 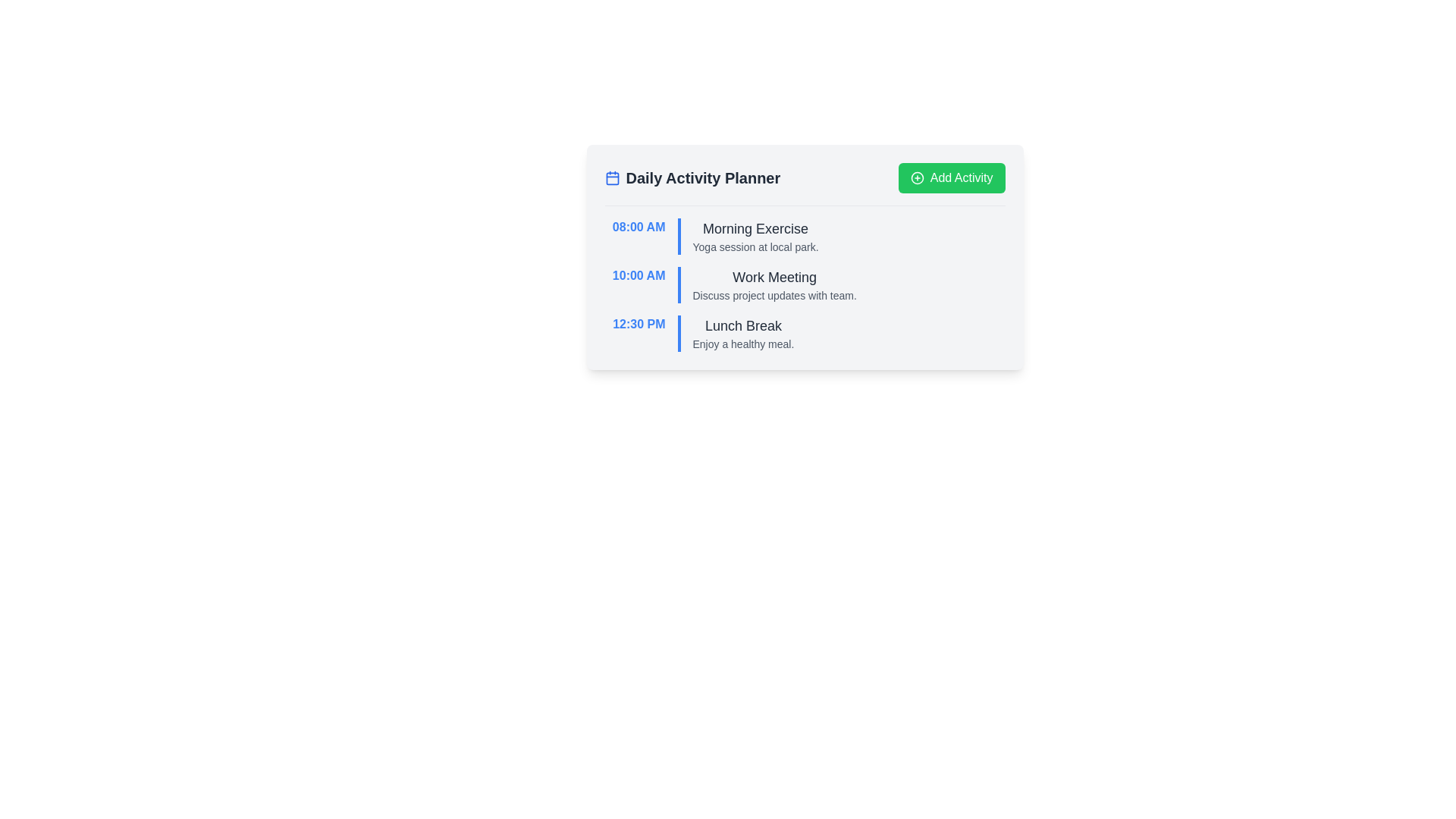 I want to click on the text that provides additional details about the 'Morning Exercise' activity, which describes it as a yoga session occurring at a local park, so click(x=755, y=246).